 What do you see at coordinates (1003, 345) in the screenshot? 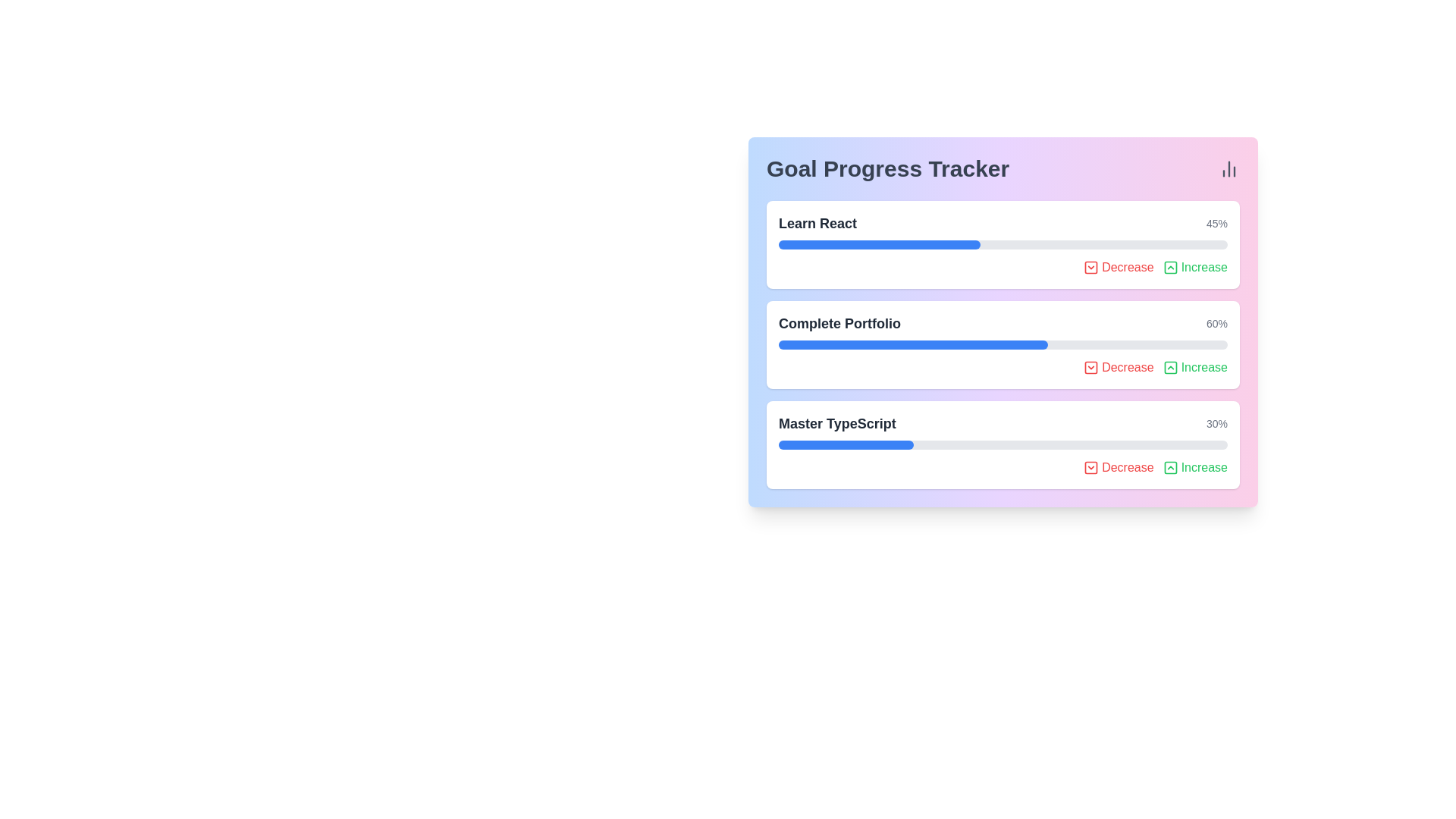
I see `the progress bar element, which is a horizontal bar with a gray background and a blue filled portion, located below the 'Complete Portfolio' label` at bounding box center [1003, 345].